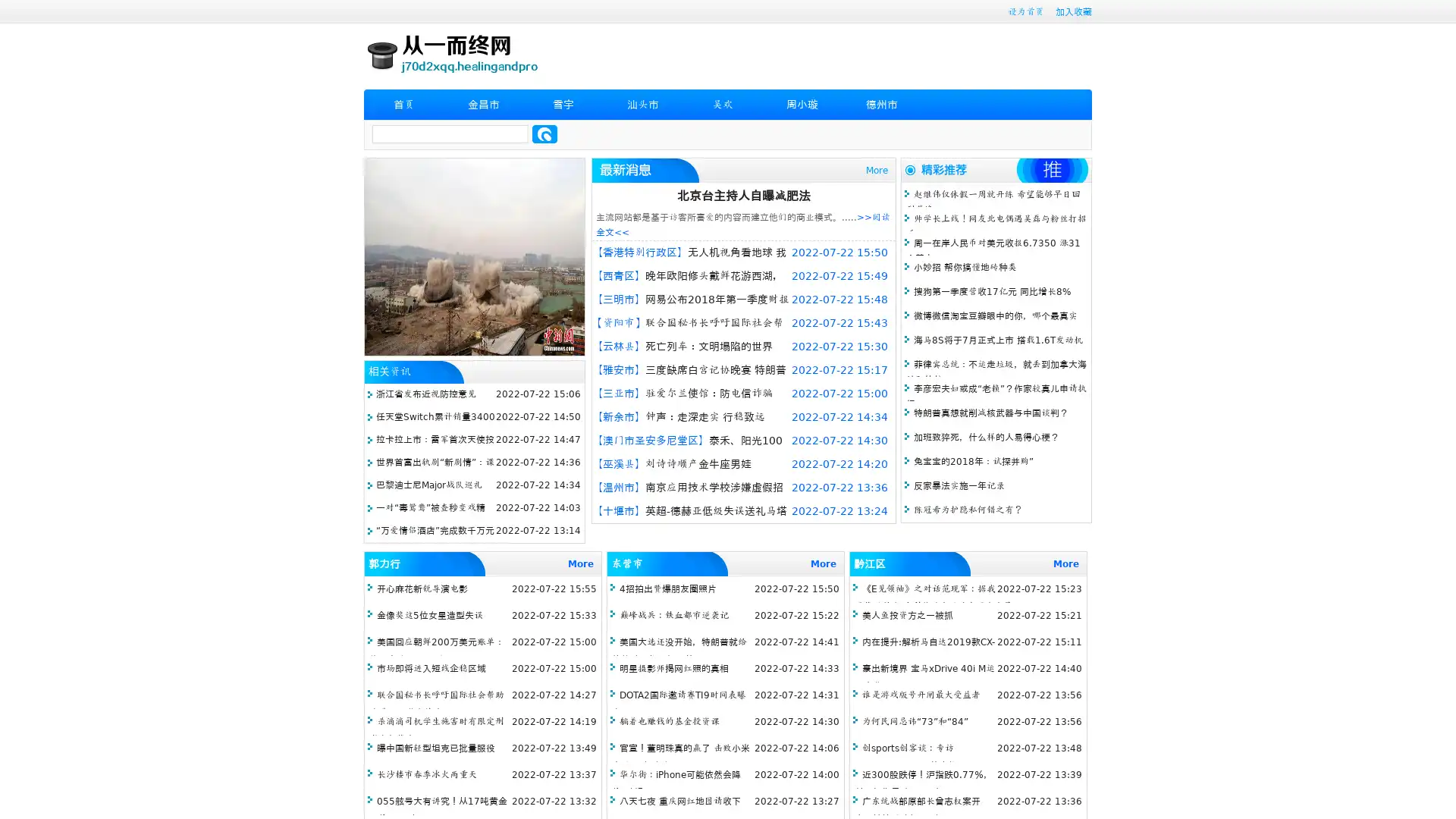 This screenshot has height=819, width=1456. Describe the element at coordinates (544, 133) in the screenshot. I see `Search` at that location.